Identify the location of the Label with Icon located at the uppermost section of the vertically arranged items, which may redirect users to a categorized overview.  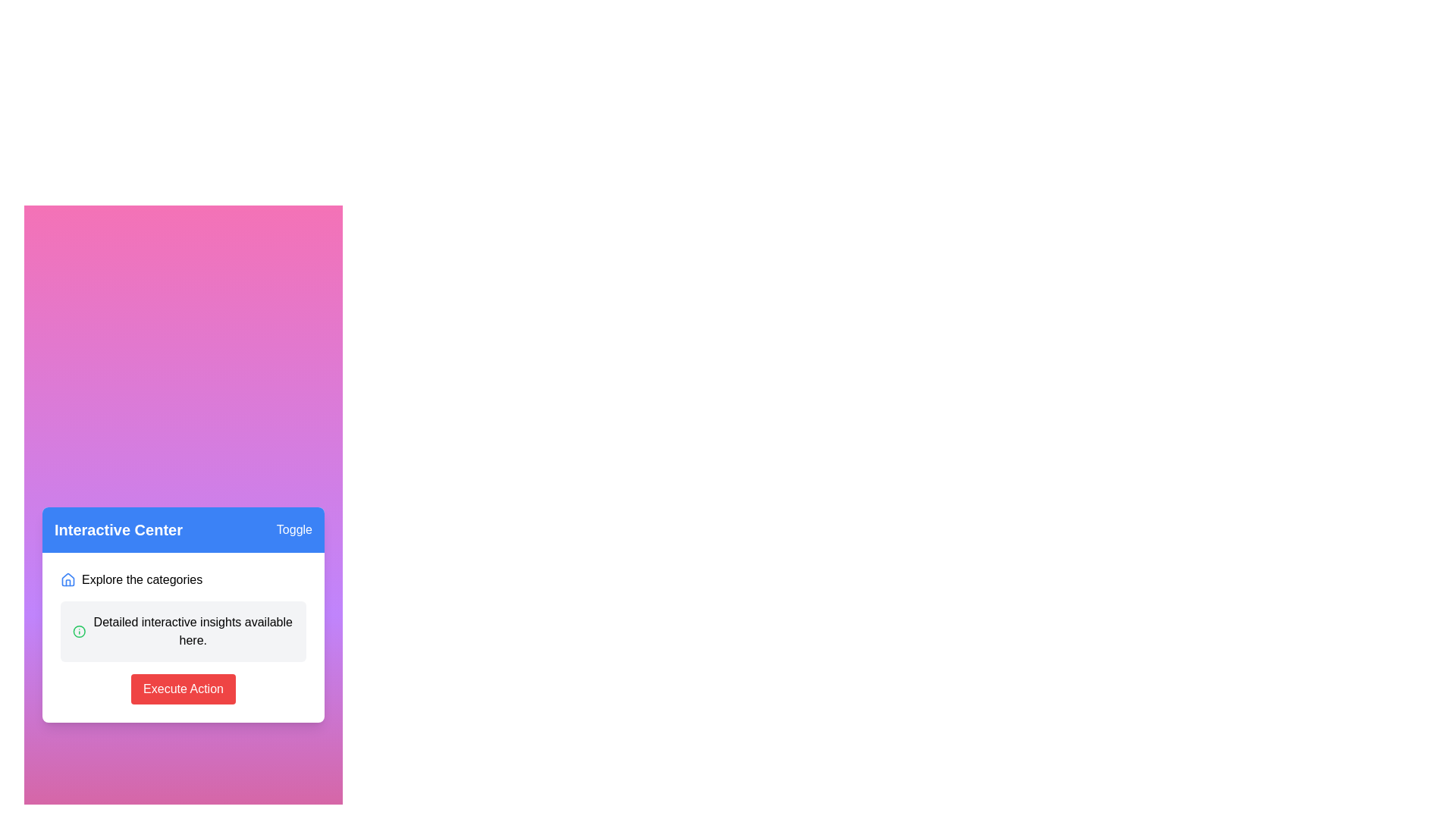
(182, 579).